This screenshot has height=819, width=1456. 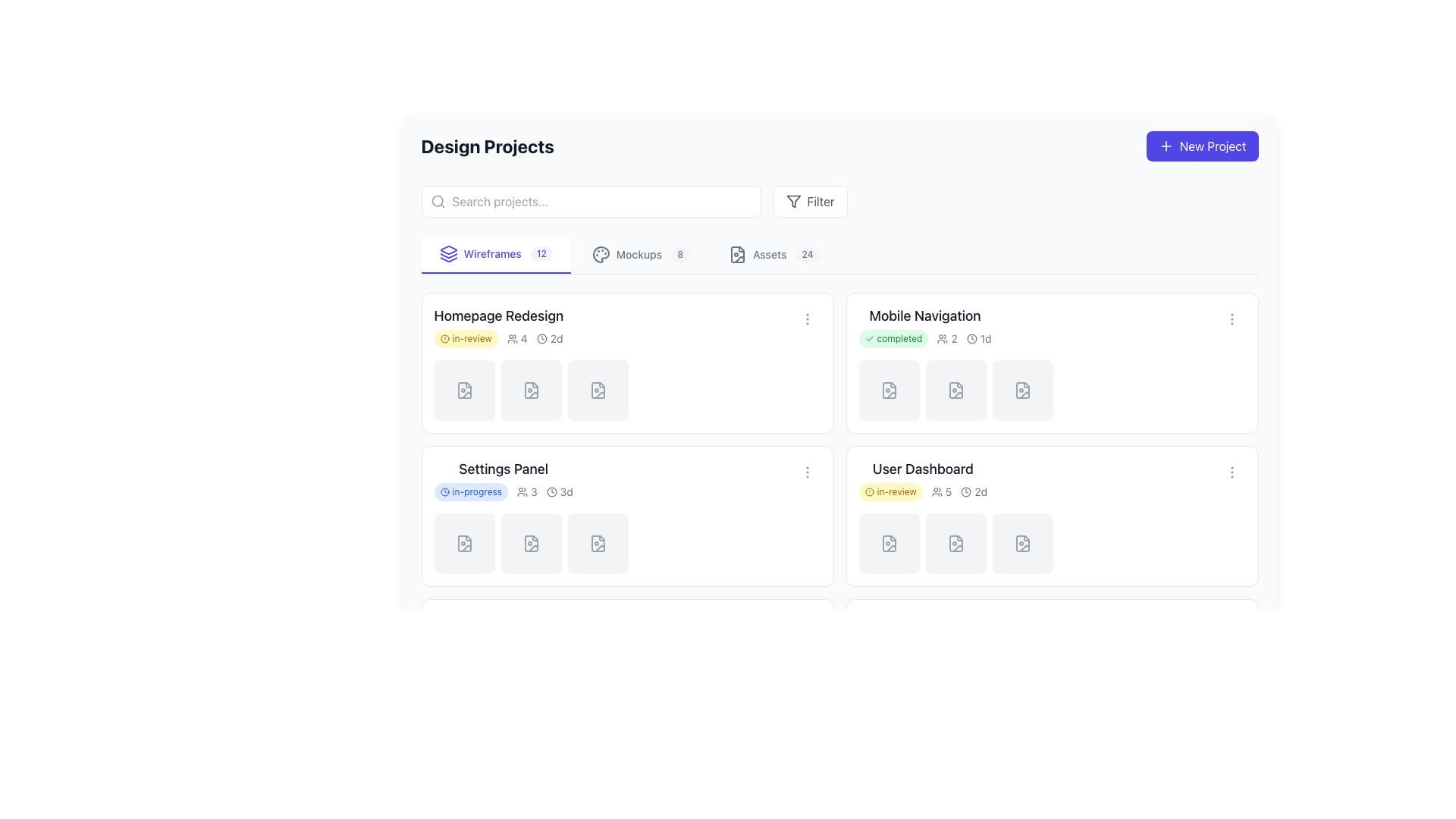 I want to click on the Status Badge with a yellow background and 'in-review' text located in the bottom right quadrant of the User Dashboard card, so click(x=890, y=491).